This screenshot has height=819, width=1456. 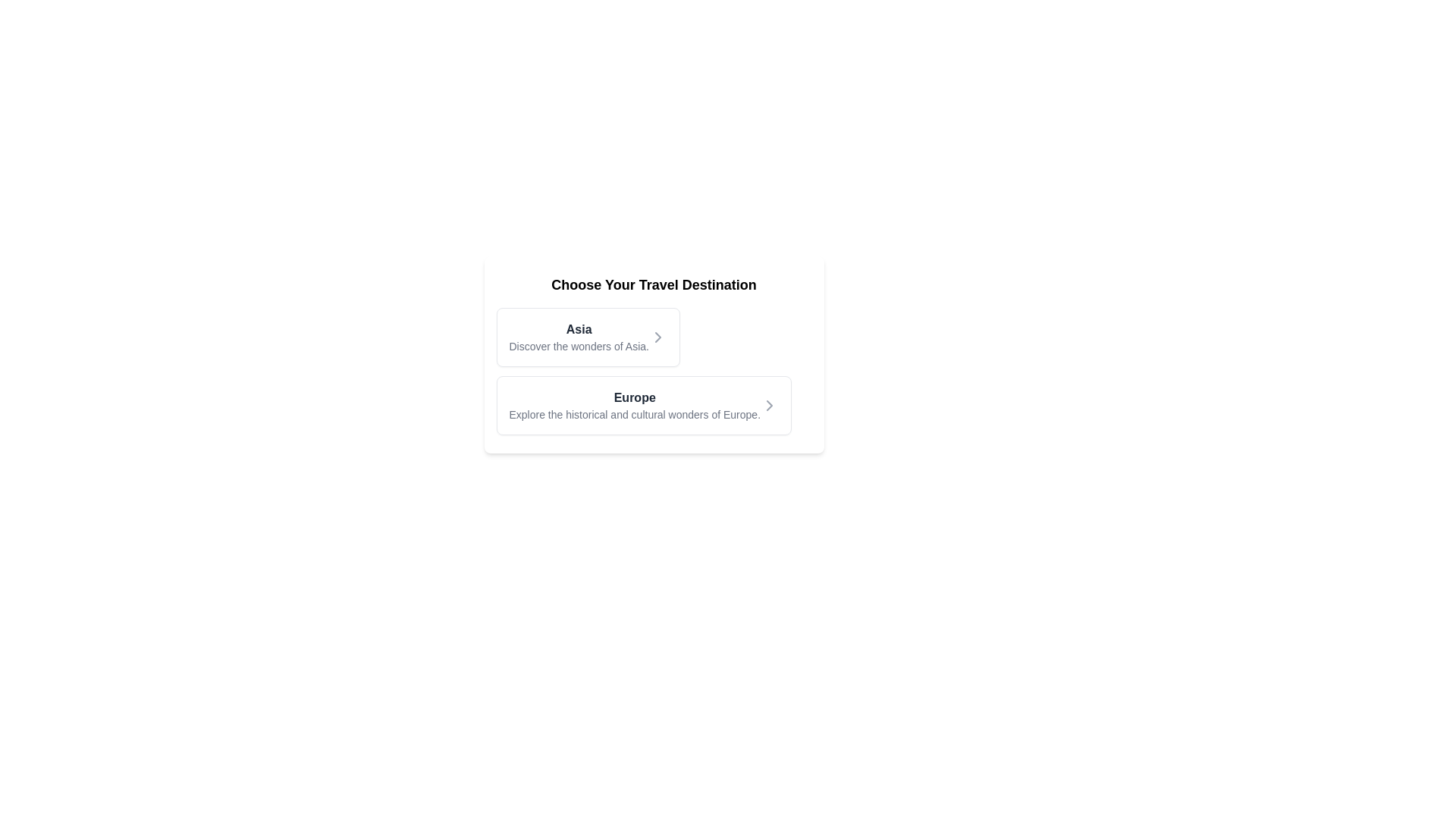 I want to click on the right-facing chevron arrow icon, which has a gray outline and is positioned to the far-right within a bordered rectangular box containing the text 'Asia' and 'Discover the wonders of Asia.', so click(x=657, y=336).